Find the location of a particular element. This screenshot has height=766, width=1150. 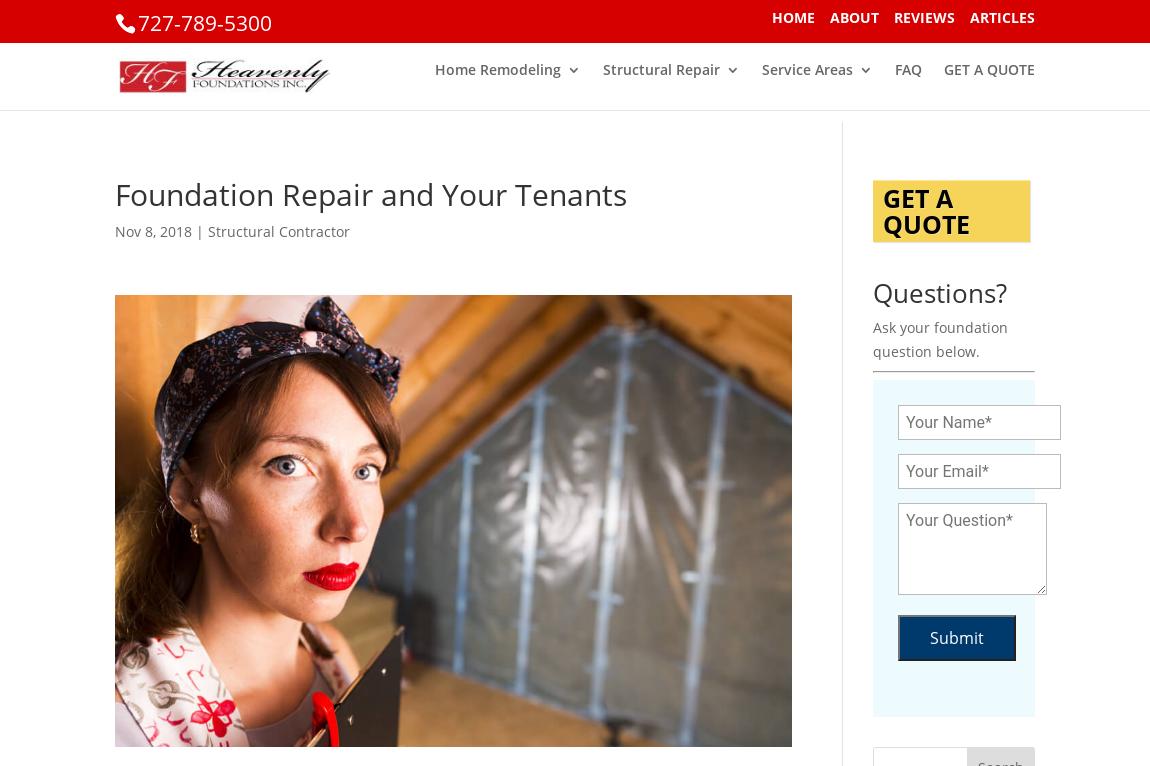

'Truss Repairs' is located at coordinates (520, 164).